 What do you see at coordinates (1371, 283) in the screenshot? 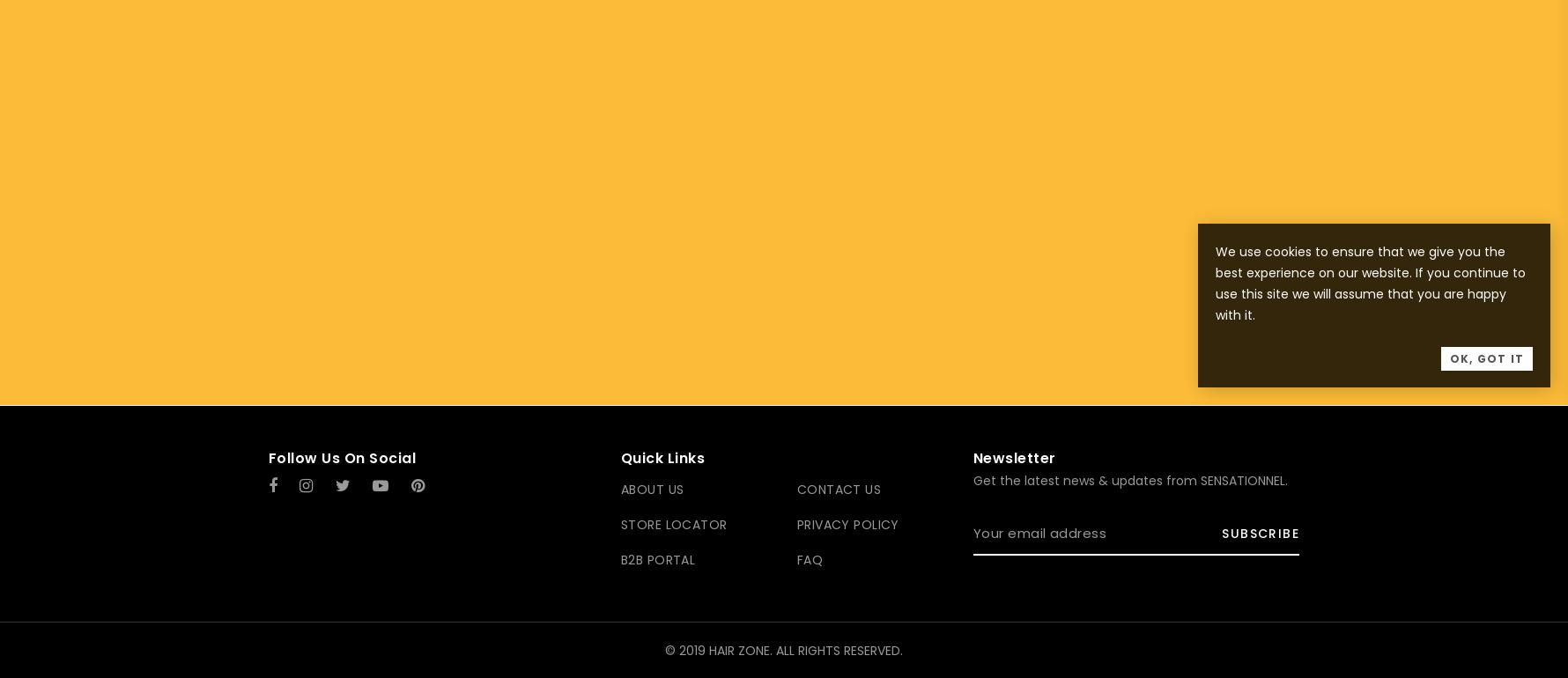
I see `'We use cookies to ensure that we give you the best experience on our website. If you continue to use this site we will assume that you are happy with it.'` at bounding box center [1371, 283].